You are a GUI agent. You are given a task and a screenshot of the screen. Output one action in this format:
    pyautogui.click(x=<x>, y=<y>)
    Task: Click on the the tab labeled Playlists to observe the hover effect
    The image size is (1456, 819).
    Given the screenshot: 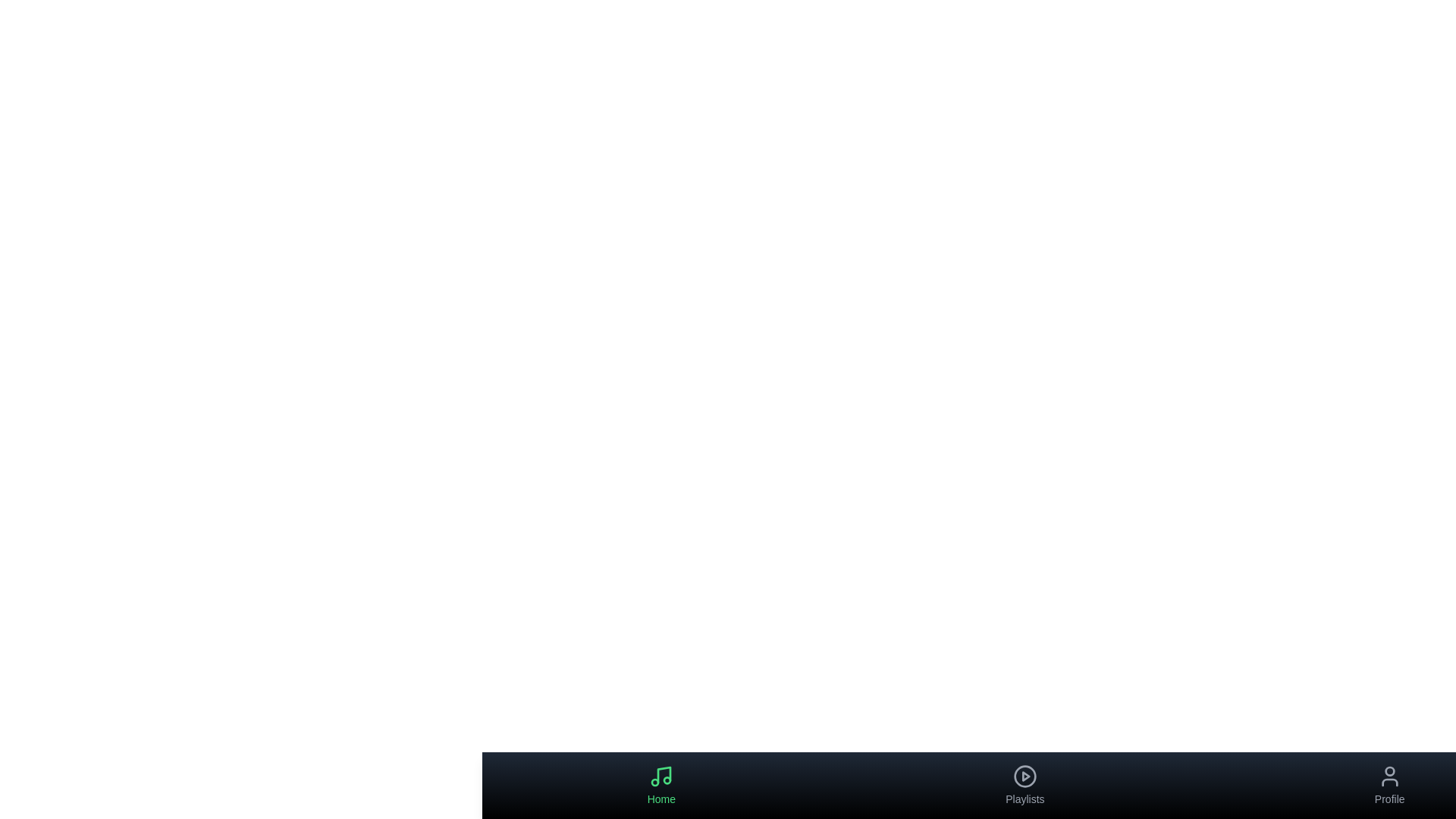 What is the action you would take?
    pyautogui.click(x=1025, y=785)
    